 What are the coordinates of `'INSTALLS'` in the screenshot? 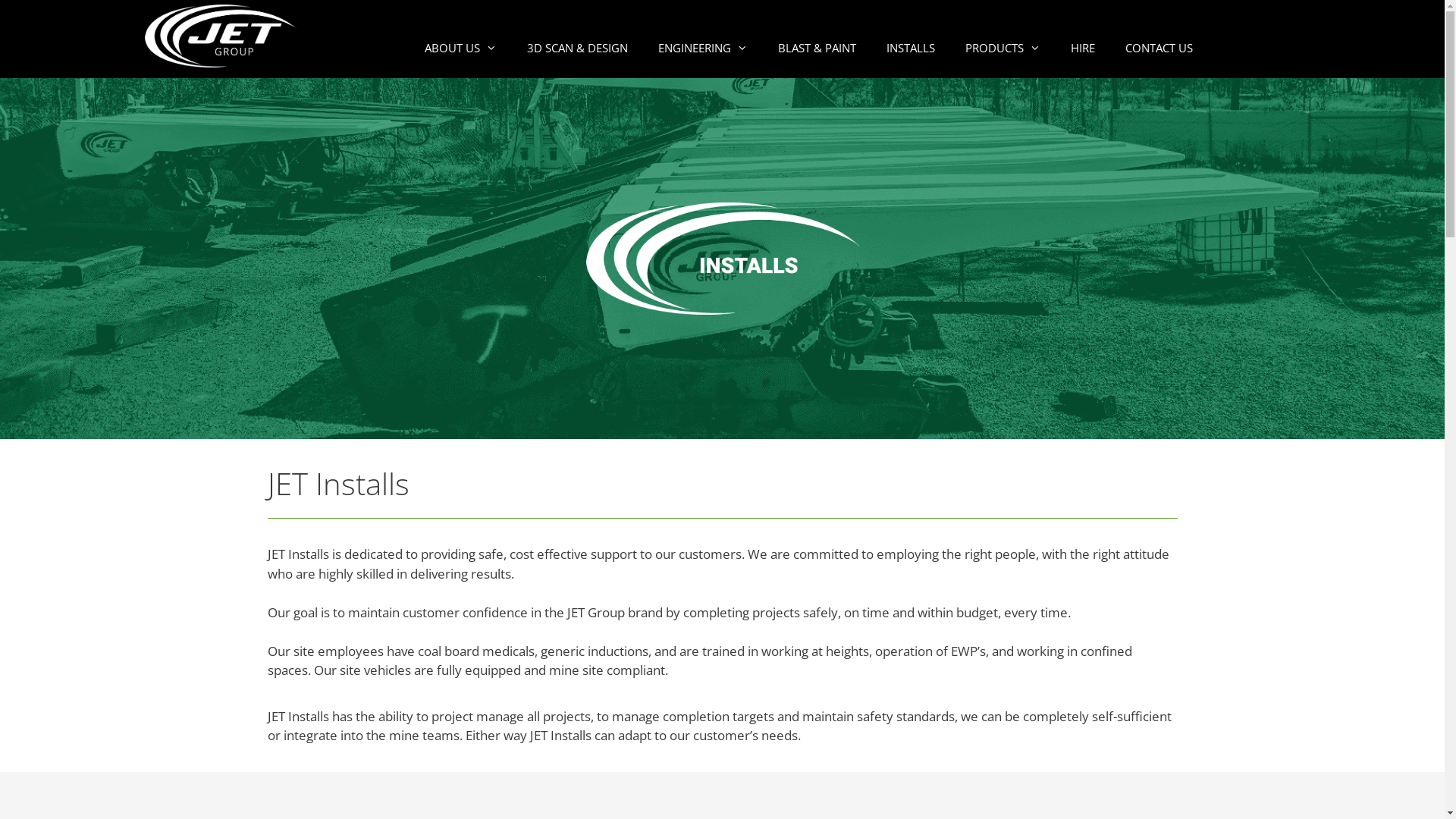 It's located at (910, 46).